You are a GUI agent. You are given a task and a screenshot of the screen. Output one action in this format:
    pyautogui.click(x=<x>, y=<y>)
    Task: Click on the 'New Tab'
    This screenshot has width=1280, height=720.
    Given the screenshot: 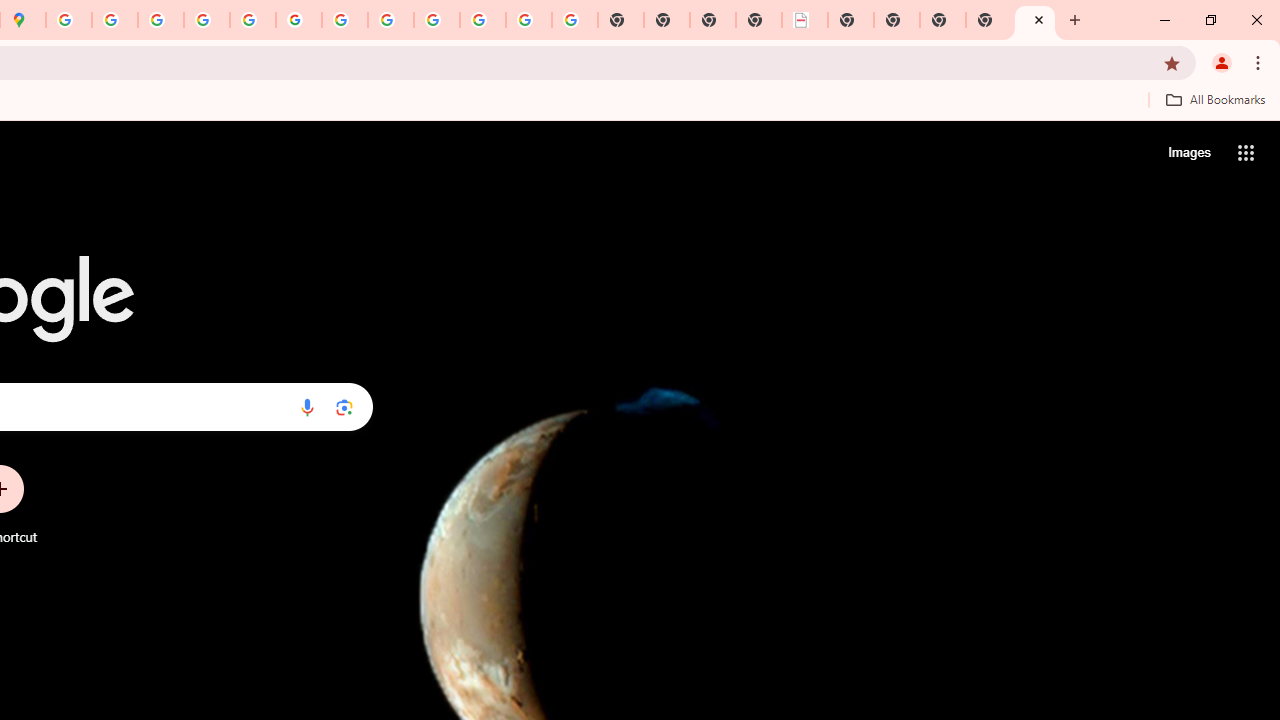 What is the action you would take?
    pyautogui.click(x=989, y=20)
    